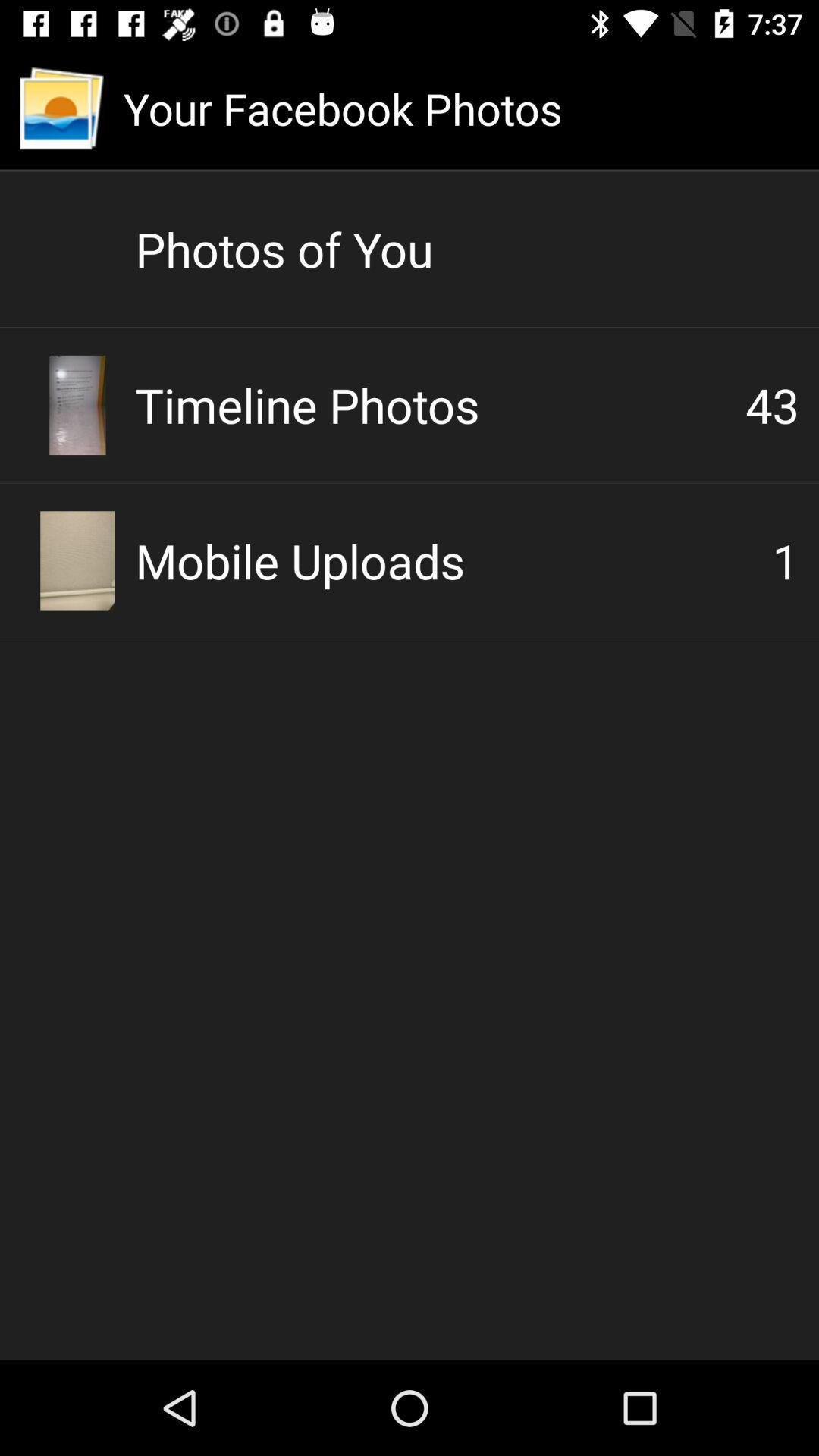 The height and width of the screenshot is (1456, 819). I want to click on the icon above the mobile uploads icon, so click(772, 404).